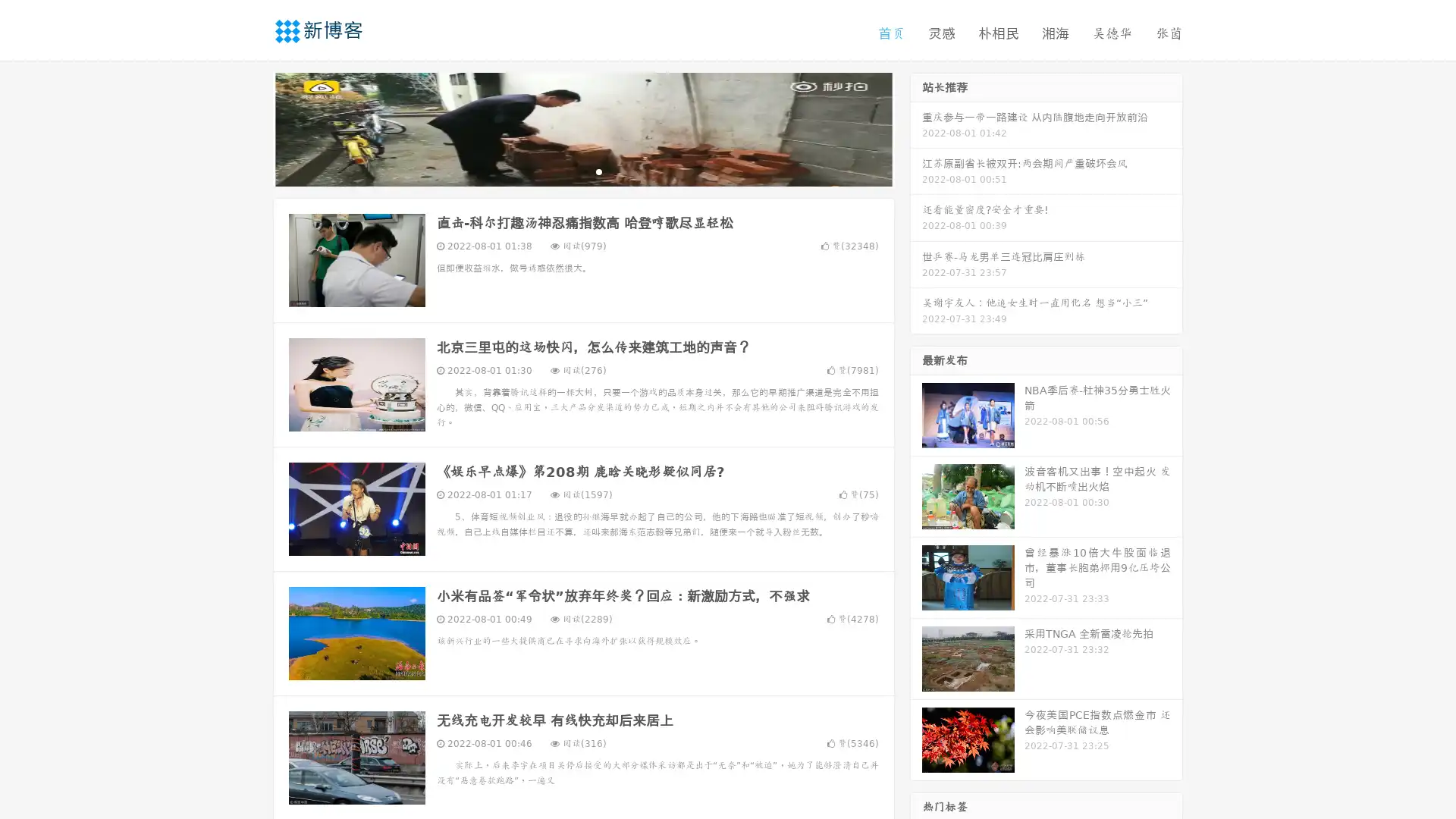  Describe the element at coordinates (582, 171) in the screenshot. I see `Go to slide 2` at that location.